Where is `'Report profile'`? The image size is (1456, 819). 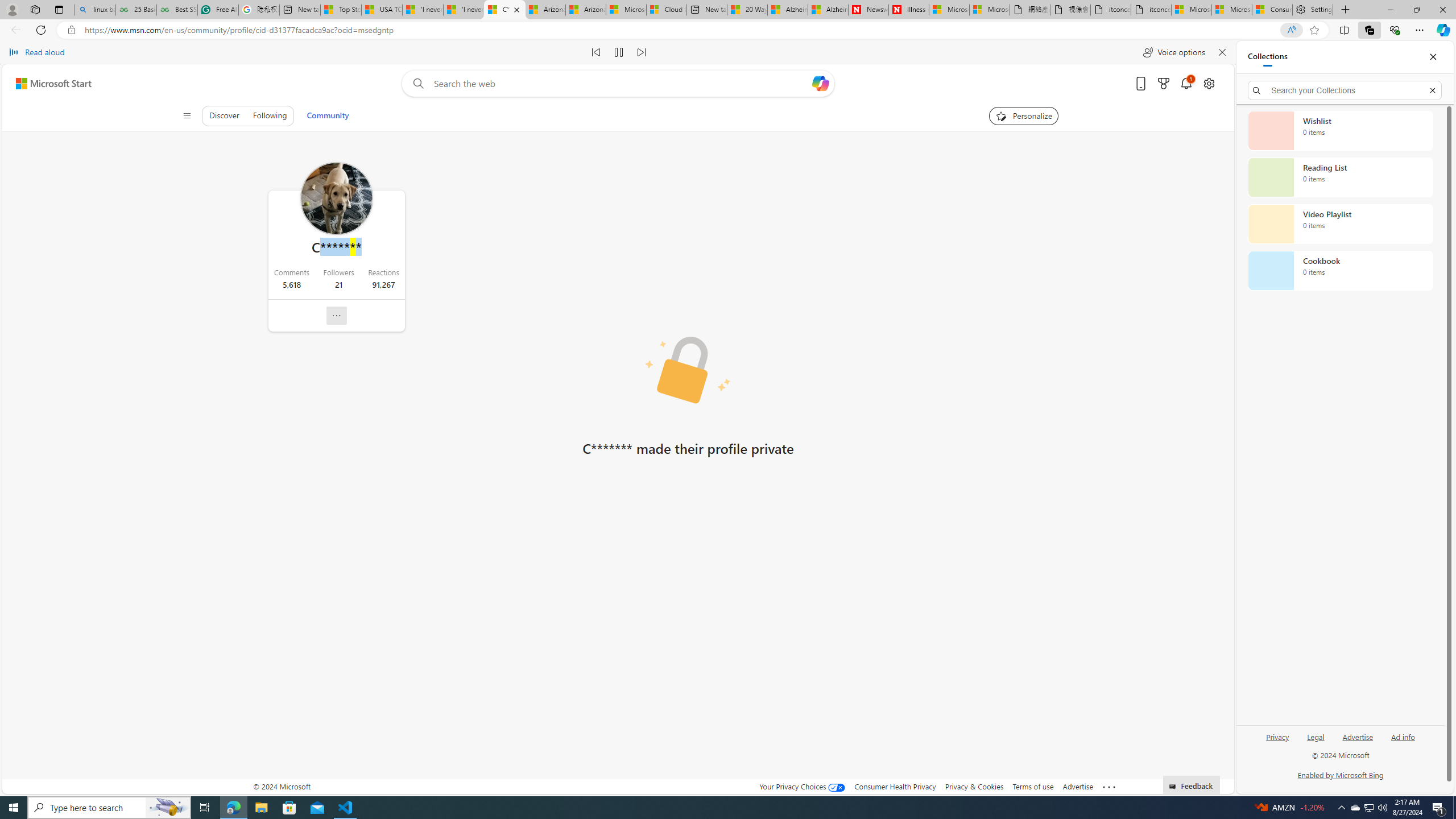 'Report profile' is located at coordinates (336, 316).